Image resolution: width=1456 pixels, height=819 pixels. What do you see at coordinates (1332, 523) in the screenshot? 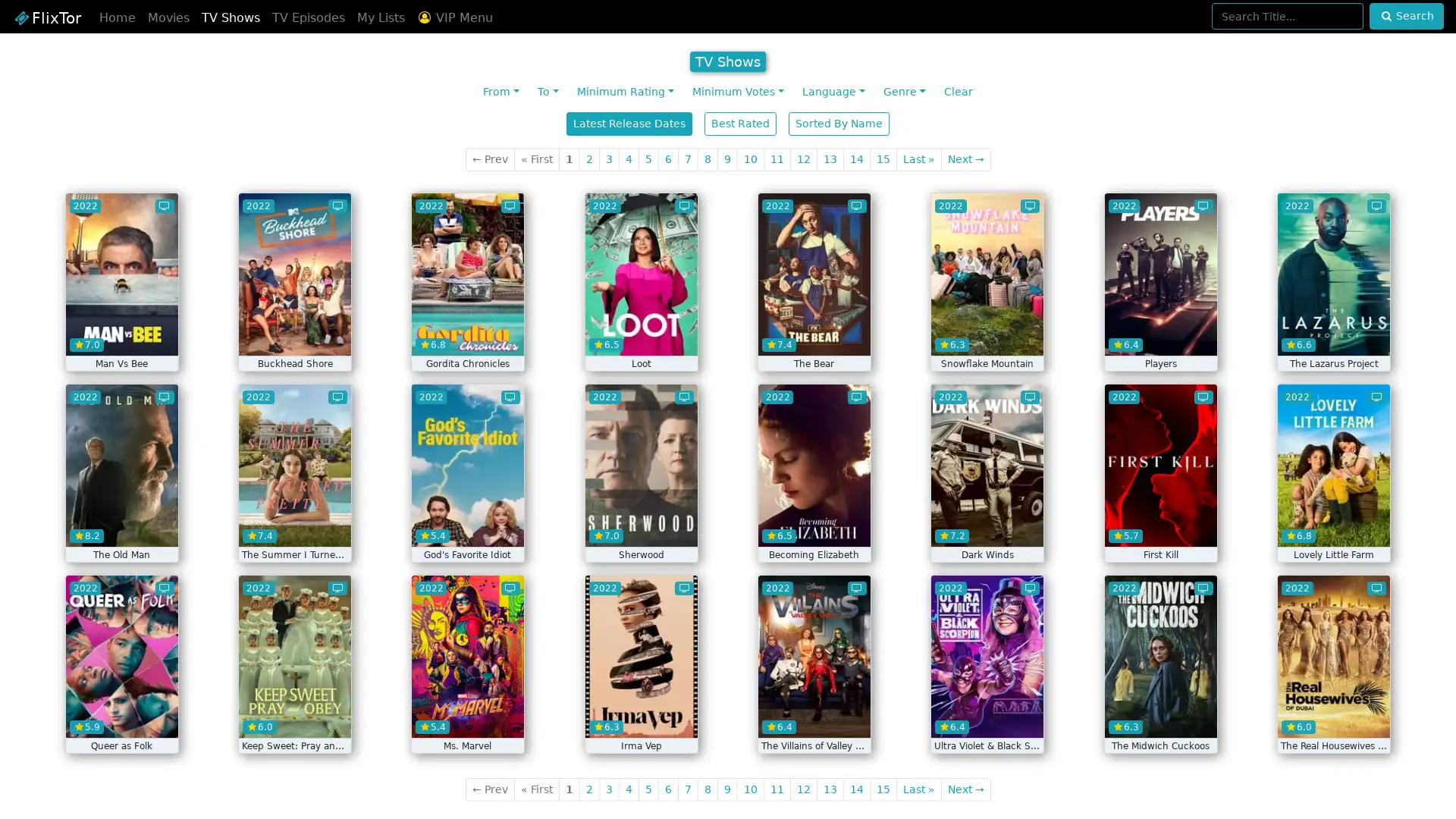
I see `Watch Now` at bounding box center [1332, 523].